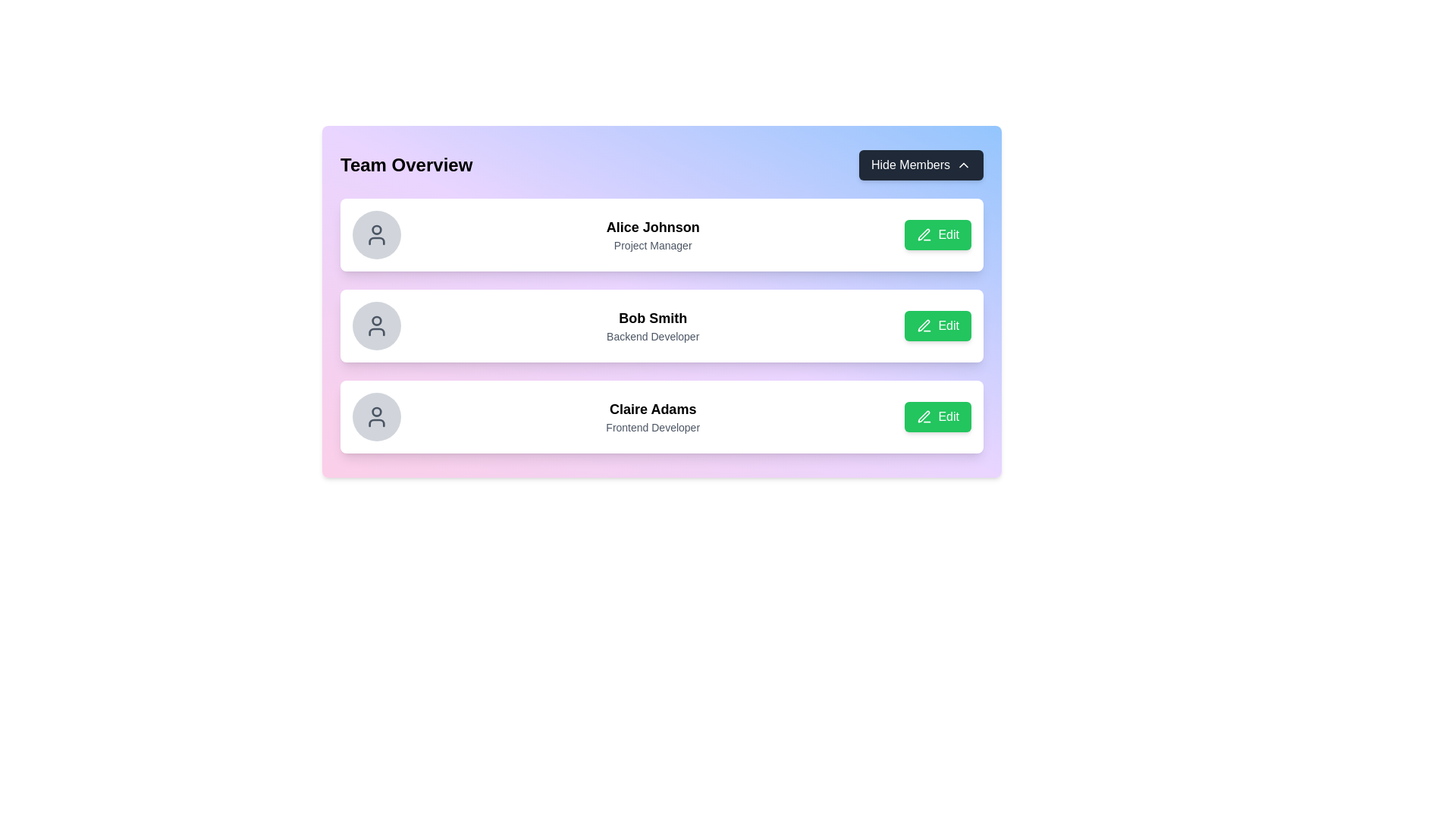 This screenshot has width=1456, height=819. I want to click on the 'Edit' button with a green background and a pen icon, located in the far-right position of the user profile card, so click(937, 234).